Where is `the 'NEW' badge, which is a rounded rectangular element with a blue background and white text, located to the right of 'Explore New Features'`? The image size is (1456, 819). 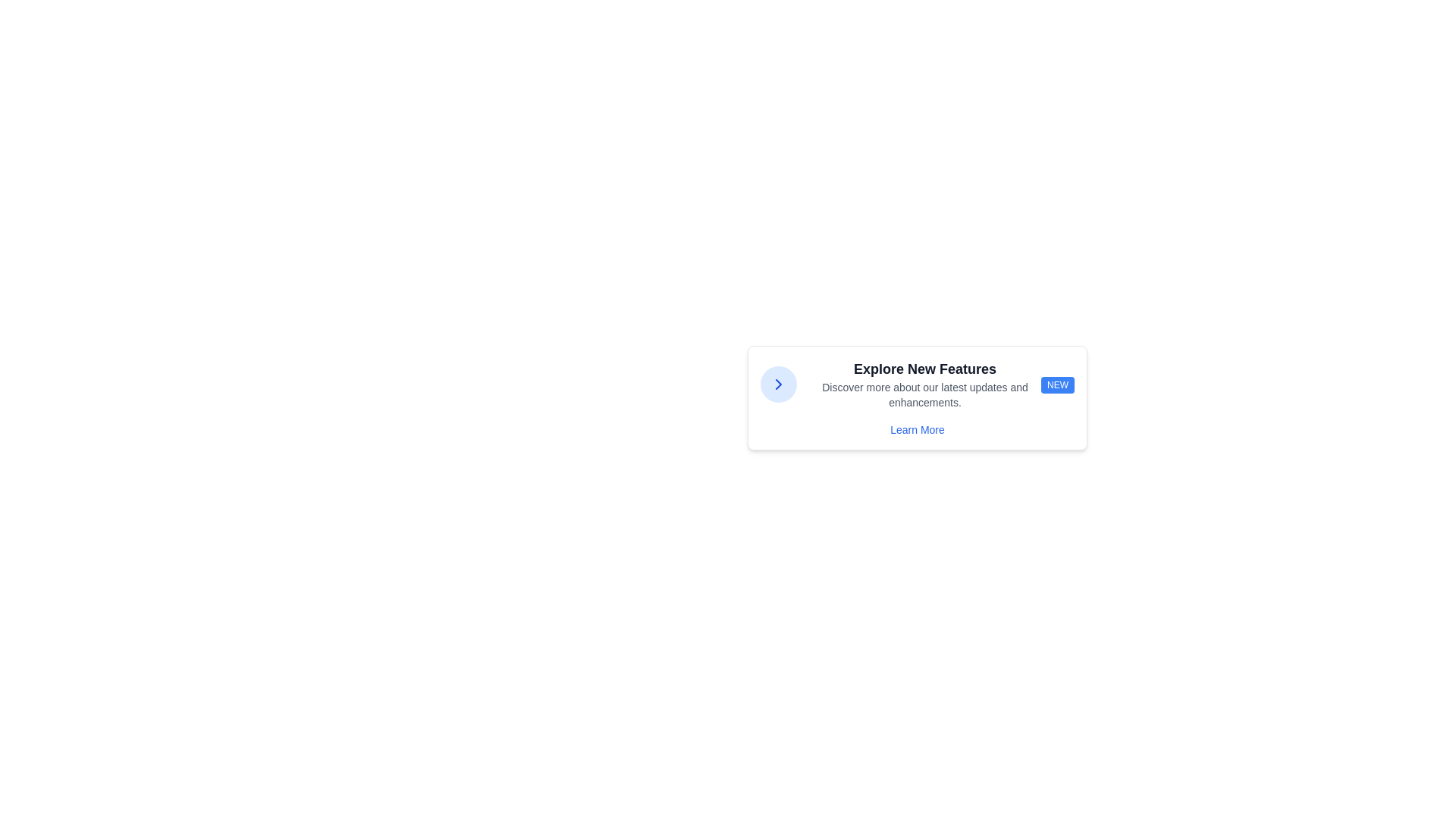
the 'NEW' badge, which is a rounded rectangular element with a blue background and white text, located to the right of 'Explore New Features' is located at coordinates (1057, 384).